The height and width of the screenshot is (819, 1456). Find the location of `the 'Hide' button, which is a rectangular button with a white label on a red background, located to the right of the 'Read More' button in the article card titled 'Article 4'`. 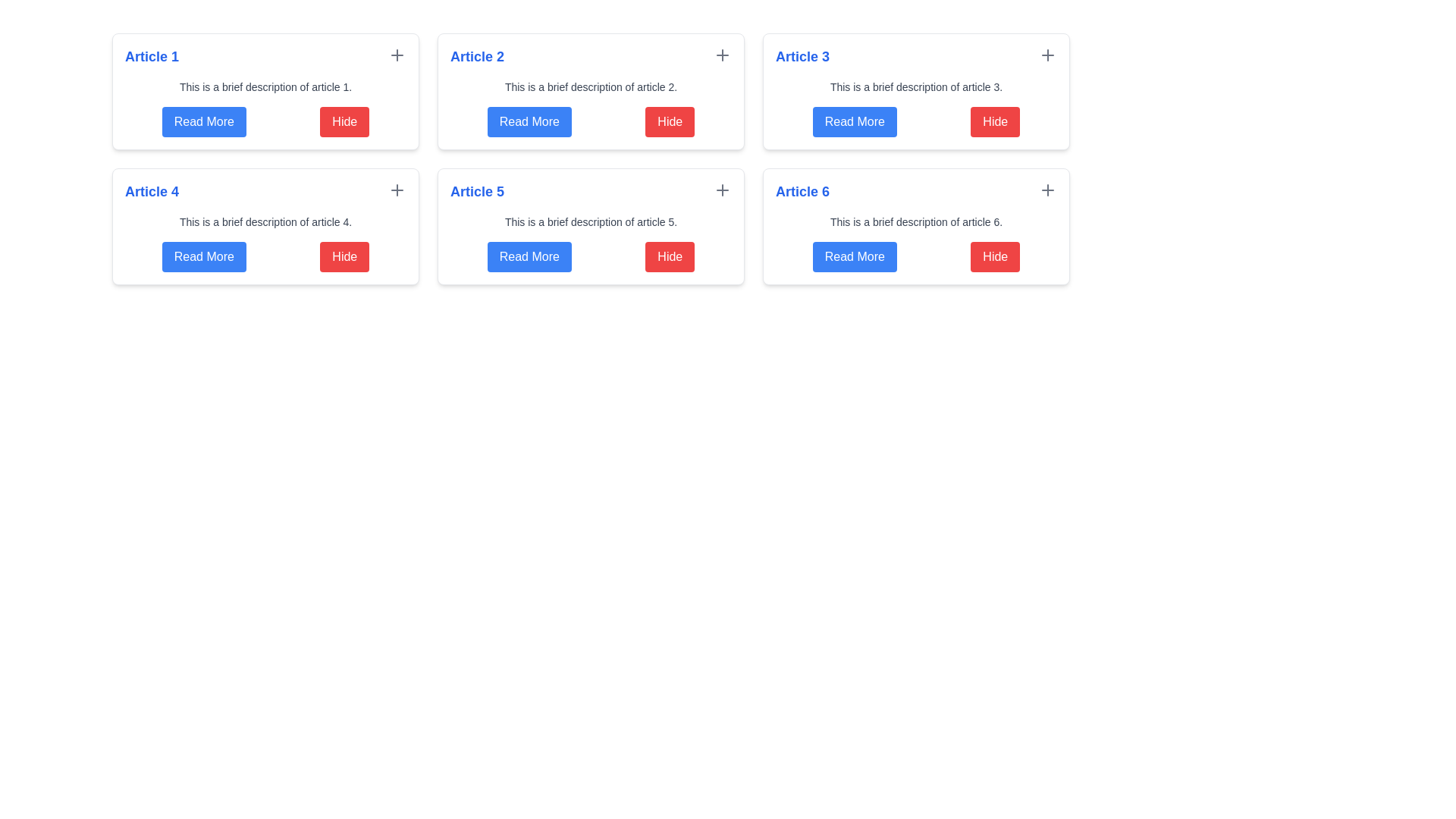

the 'Hide' button, which is a rectangular button with a white label on a red background, located to the right of the 'Read More' button in the article card titled 'Article 4' is located at coordinates (344, 256).